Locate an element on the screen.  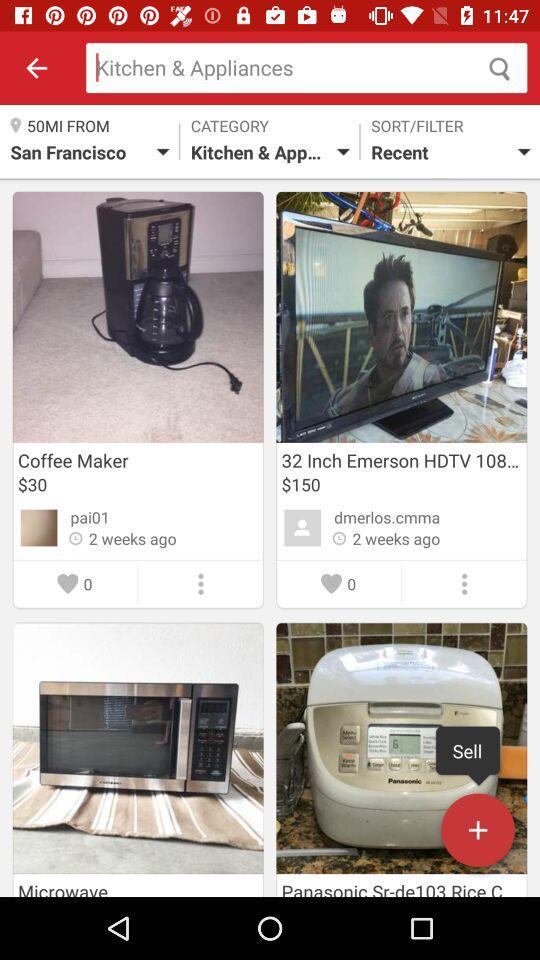
the pai01 icon is located at coordinates (89, 516).